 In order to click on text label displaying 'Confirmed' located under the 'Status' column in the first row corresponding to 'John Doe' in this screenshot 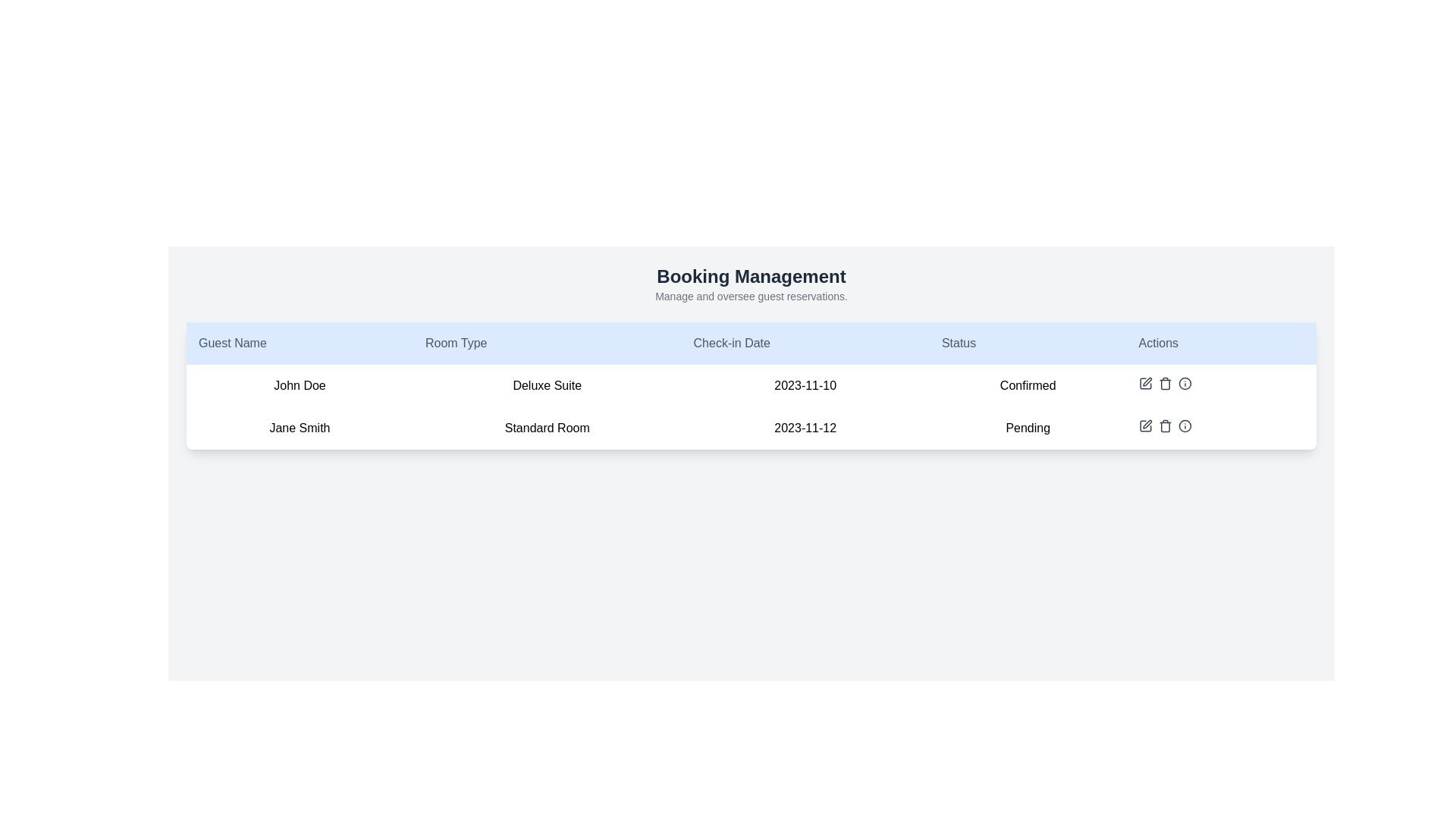, I will do `click(1028, 385)`.